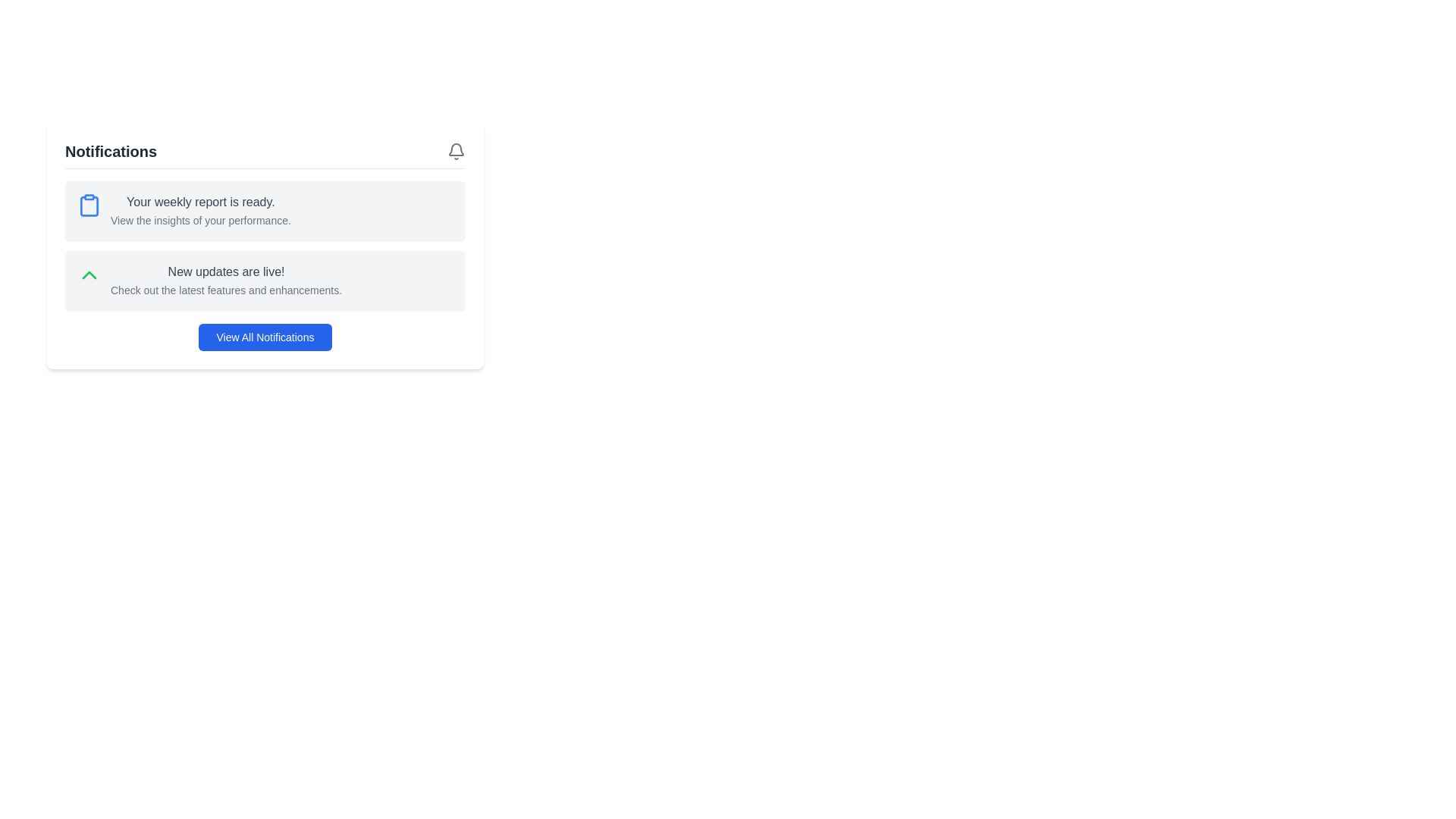 Image resolution: width=1456 pixels, height=819 pixels. Describe the element at coordinates (199, 220) in the screenshot. I see `the second line of text in the notification card that encourages the user` at that location.